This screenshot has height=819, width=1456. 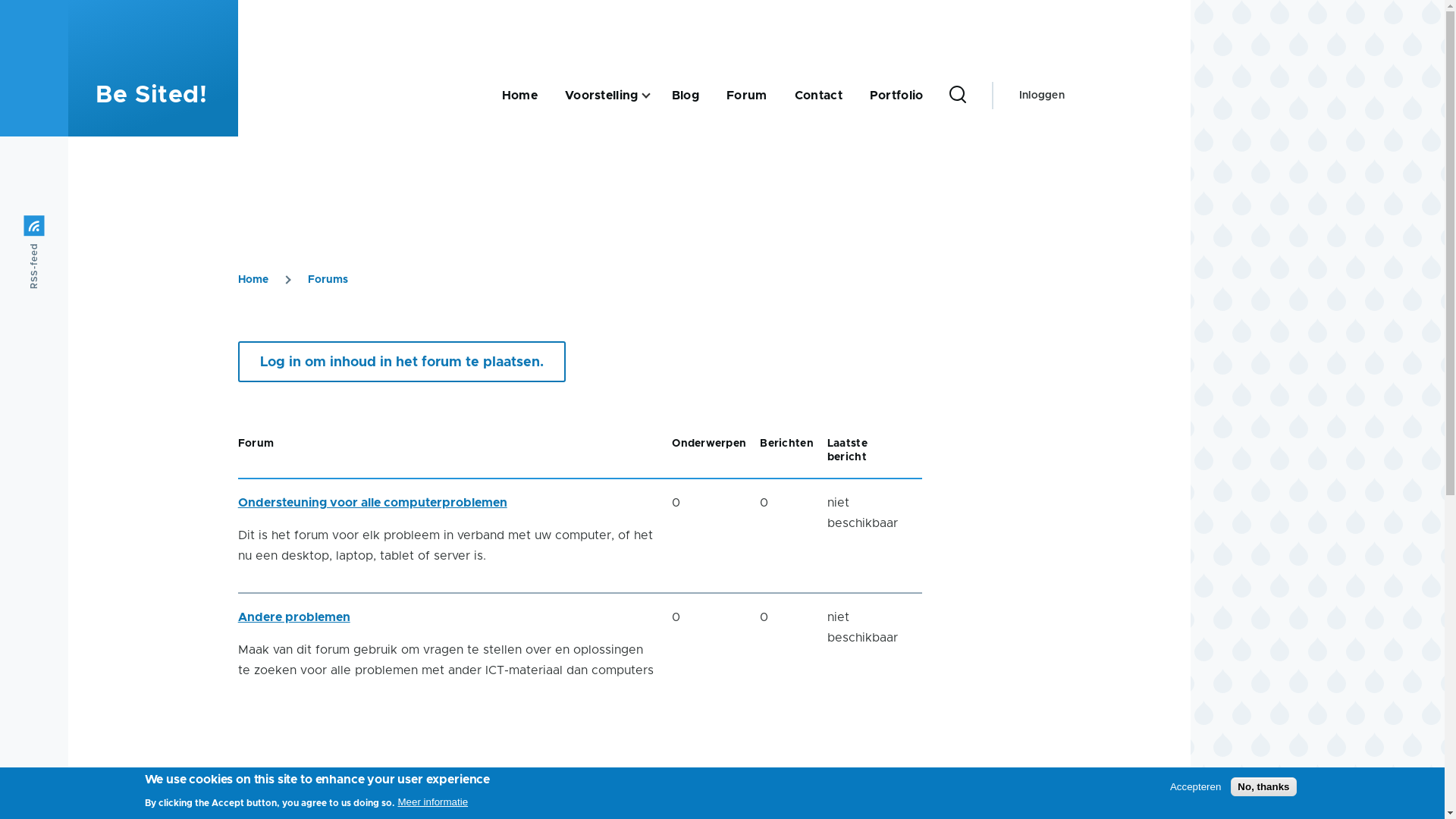 I want to click on 'Andere problemen', so click(x=294, y=617).